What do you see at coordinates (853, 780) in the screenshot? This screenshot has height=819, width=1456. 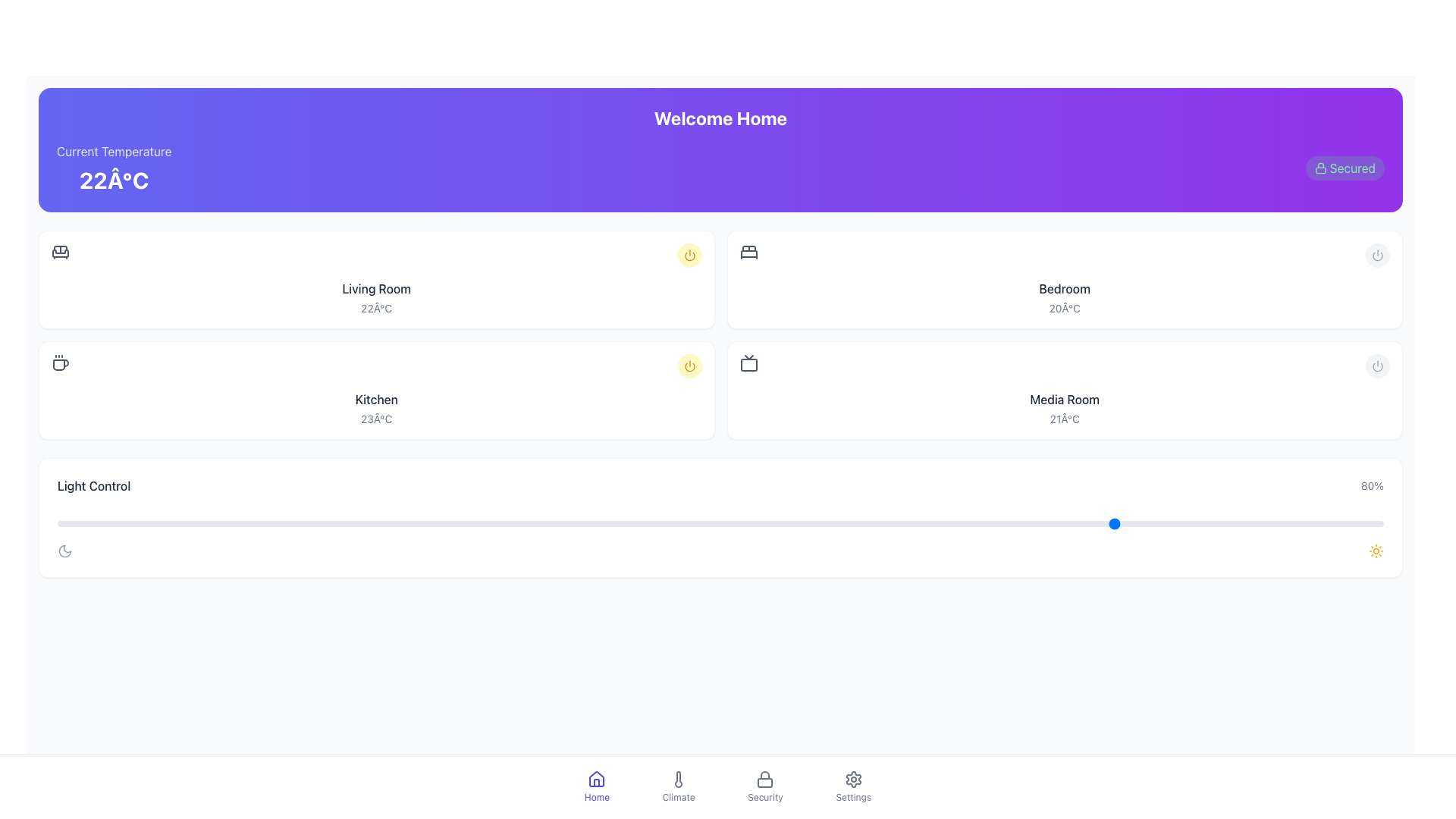 I see `the fourth icon from the left, which is a cogwheel in the bottom navigation bar` at bounding box center [853, 780].